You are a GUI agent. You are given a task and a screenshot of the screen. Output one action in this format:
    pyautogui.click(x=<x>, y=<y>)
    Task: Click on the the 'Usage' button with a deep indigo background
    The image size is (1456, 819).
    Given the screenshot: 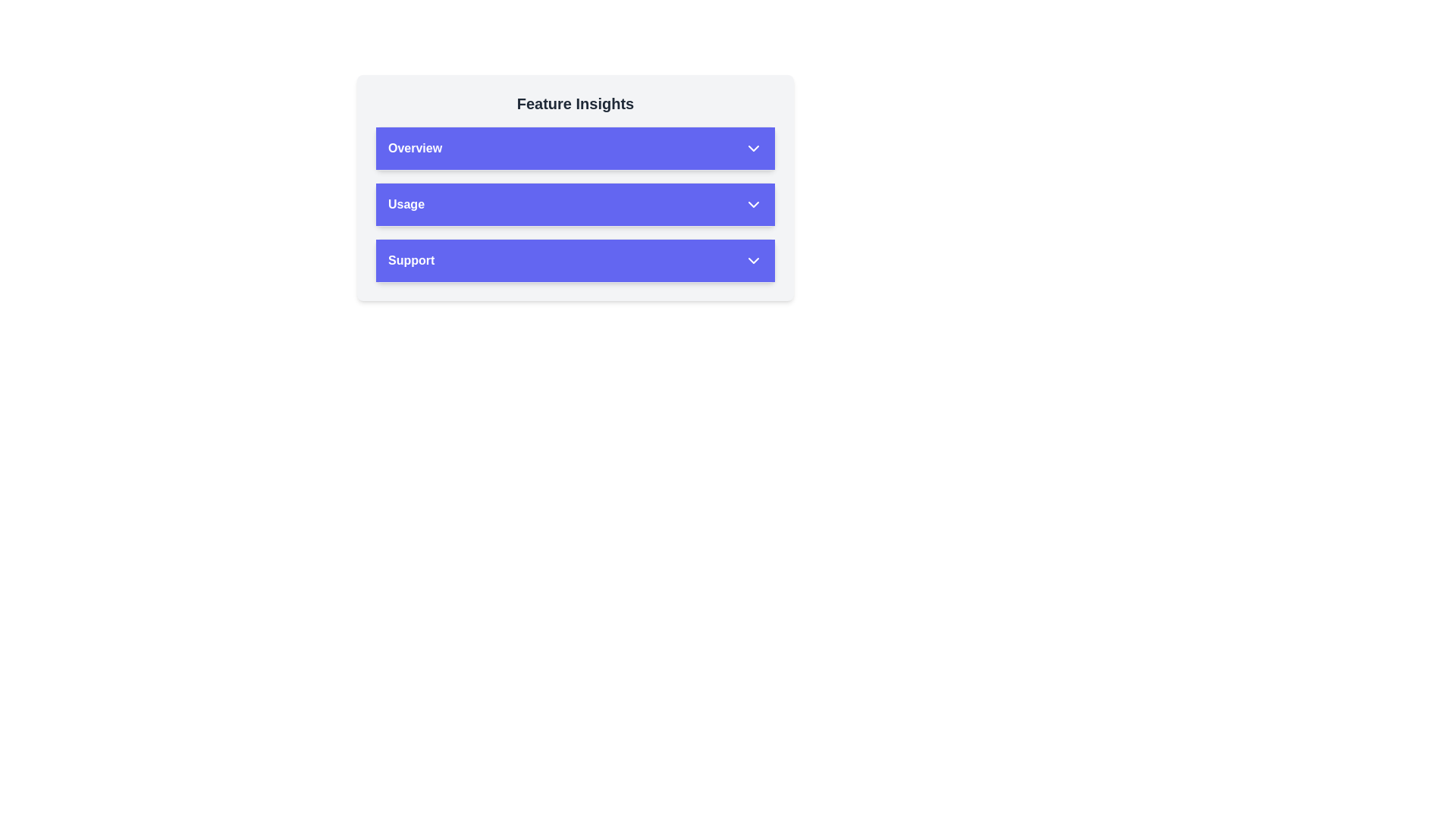 What is the action you would take?
    pyautogui.click(x=574, y=205)
    